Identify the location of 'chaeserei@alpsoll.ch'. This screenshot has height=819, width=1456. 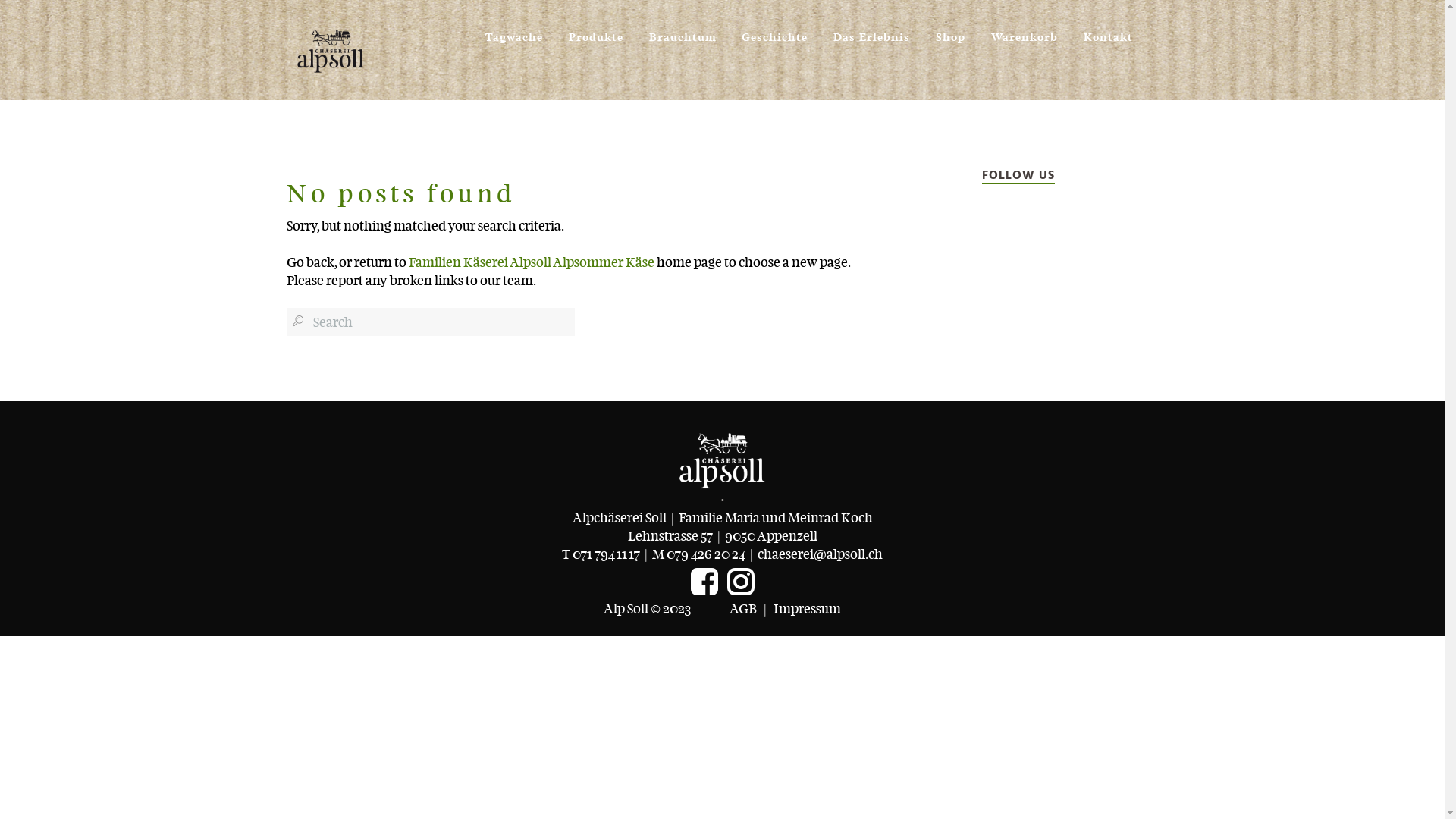
(757, 554).